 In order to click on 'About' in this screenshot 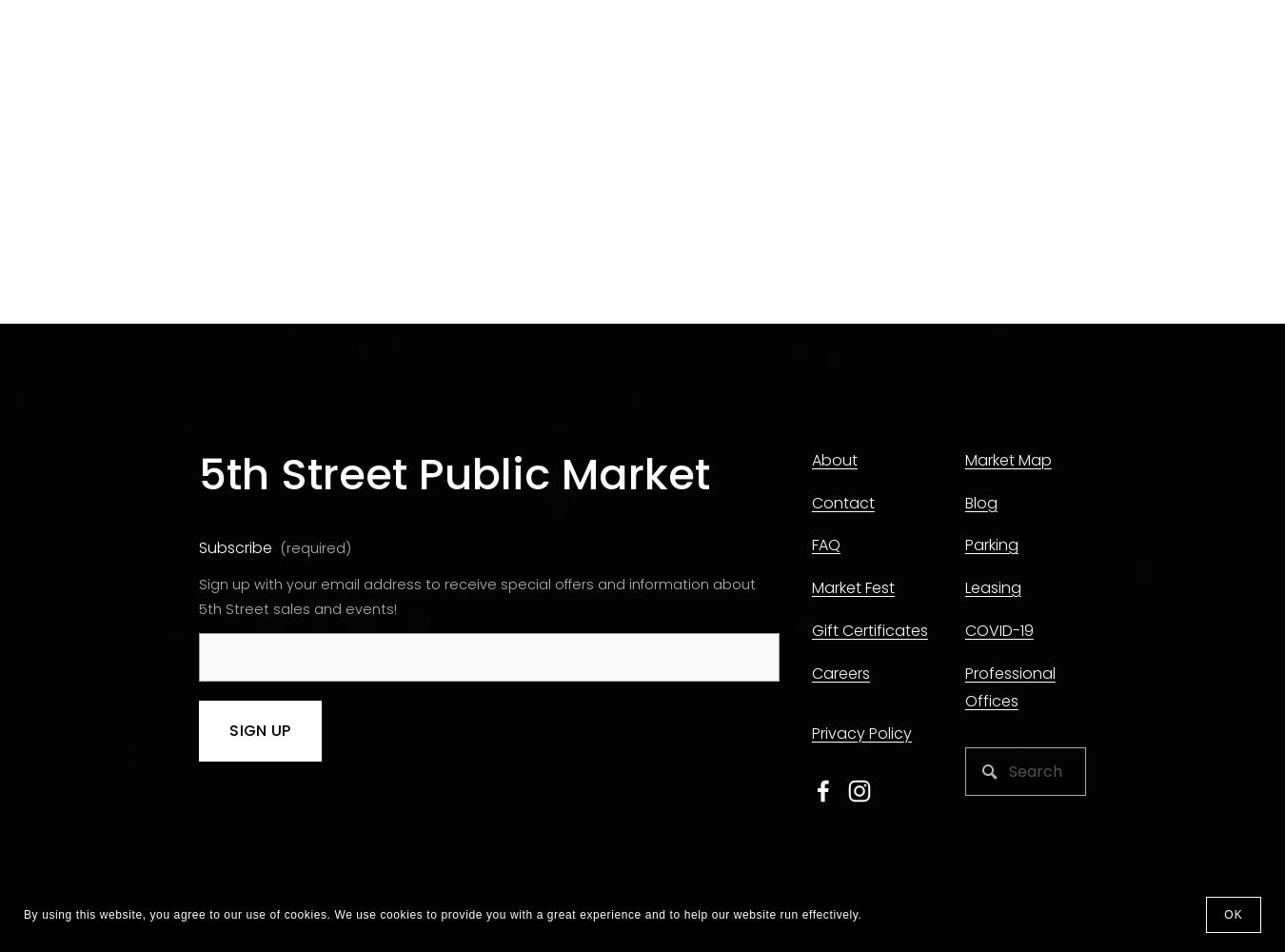, I will do `click(834, 458)`.